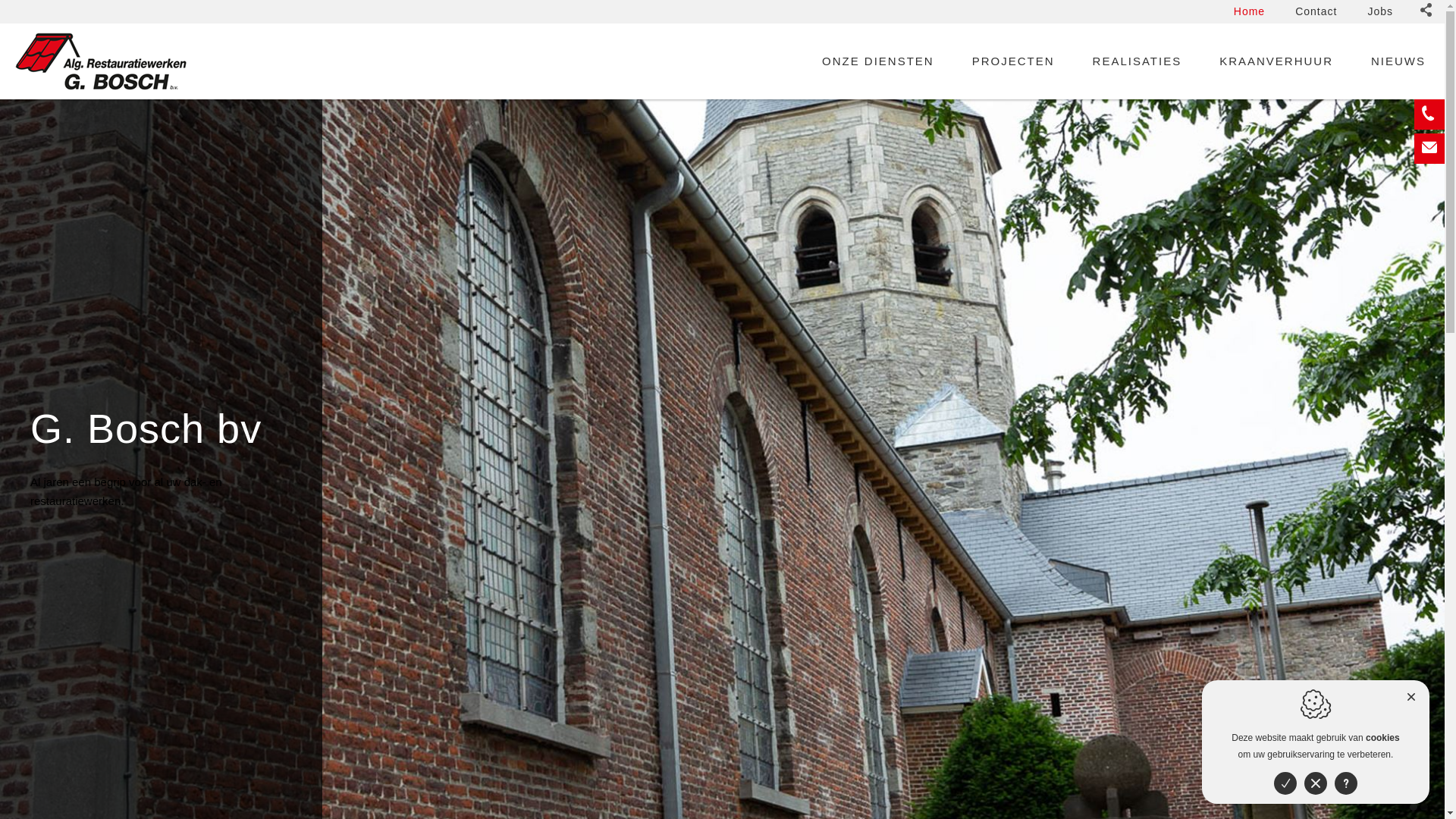 This screenshot has height=819, width=1456. I want to click on 'Home', so click(1249, 11).